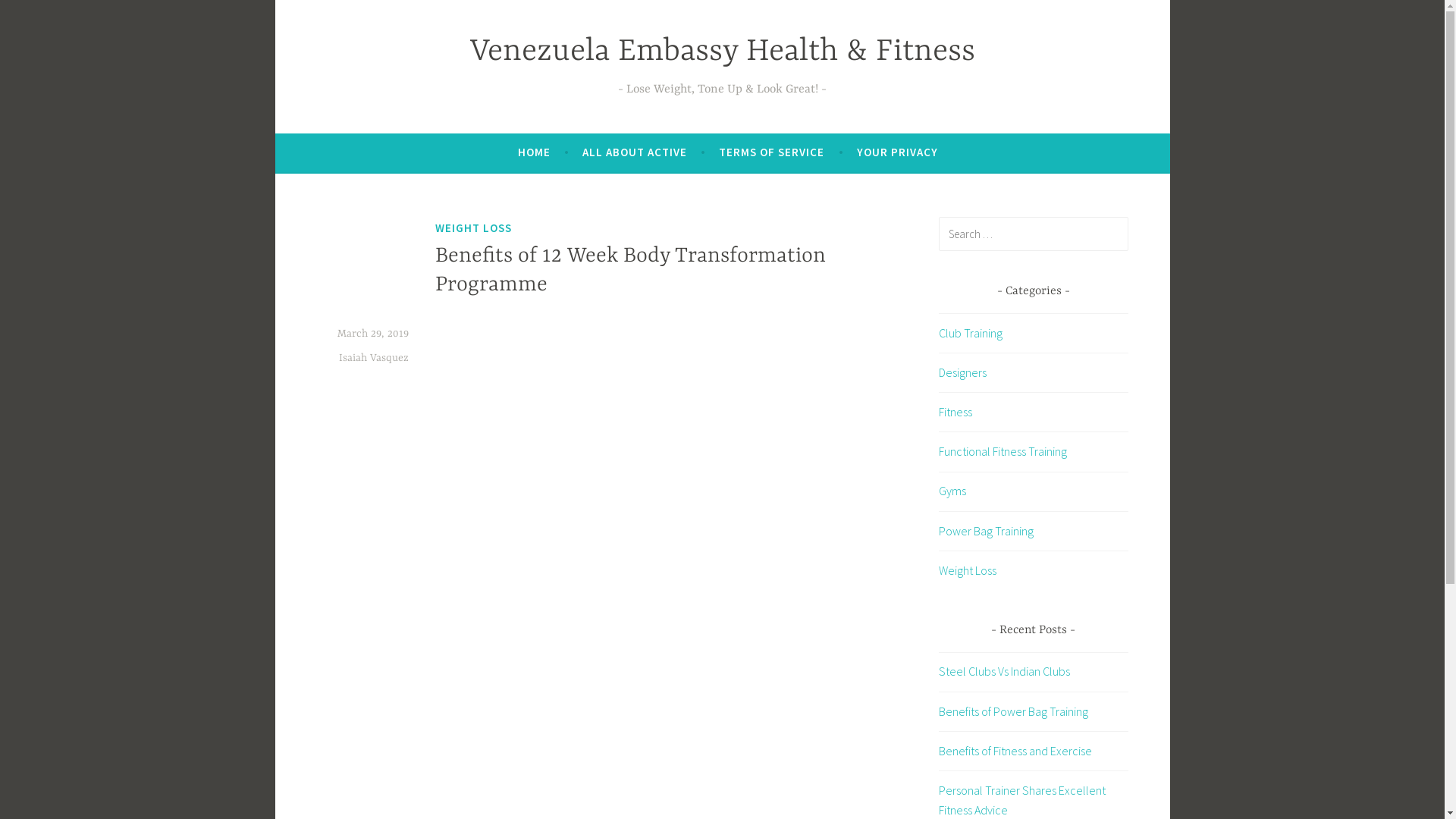 Image resolution: width=1456 pixels, height=819 pixels. What do you see at coordinates (954, 412) in the screenshot?
I see `'Fitness'` at bounding box center [954, 412].